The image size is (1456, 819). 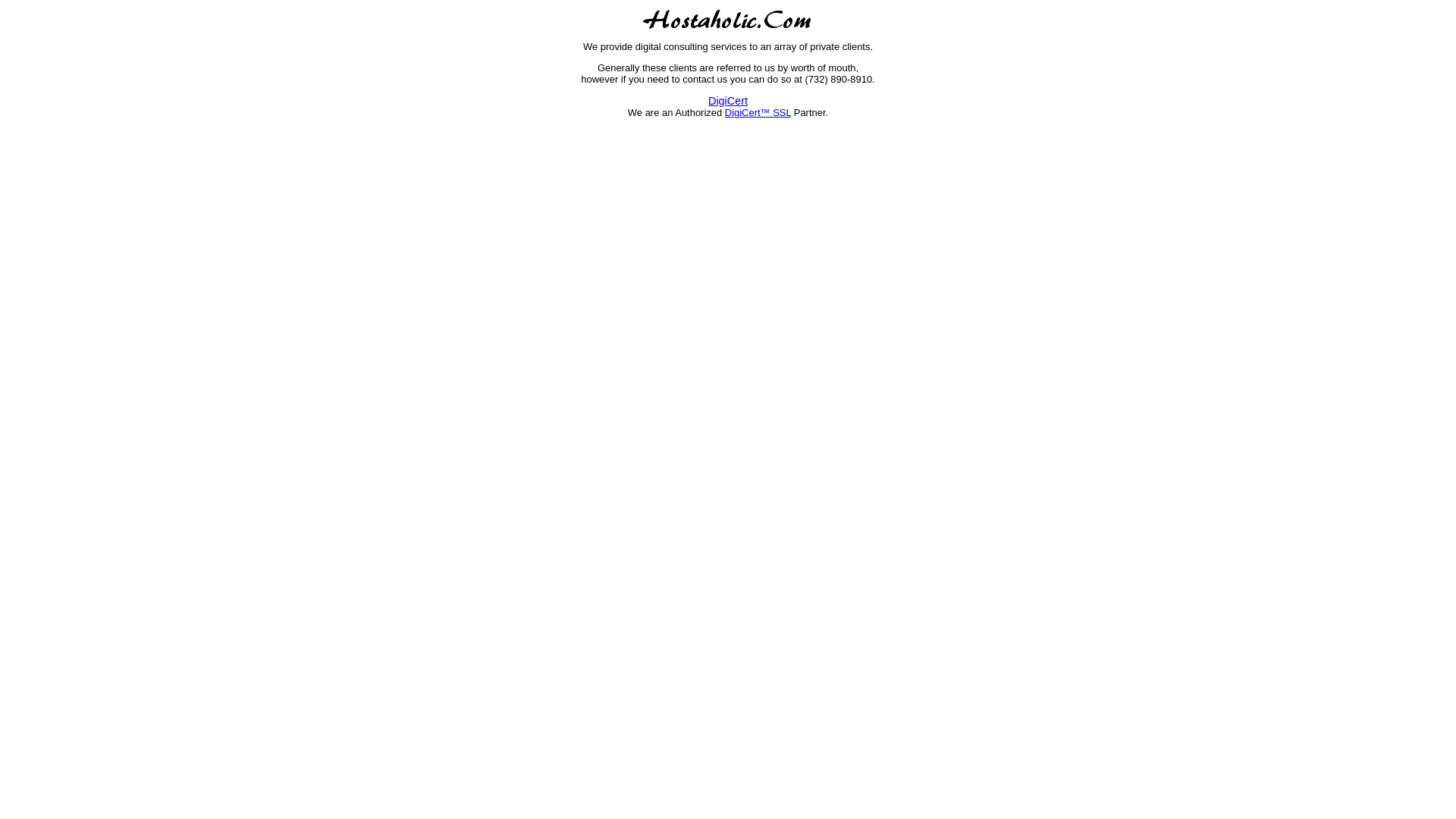 What do you see at coordinates (782, 111) in the screenshot?
I see `'SSL'` at bounding box center [782, 111].